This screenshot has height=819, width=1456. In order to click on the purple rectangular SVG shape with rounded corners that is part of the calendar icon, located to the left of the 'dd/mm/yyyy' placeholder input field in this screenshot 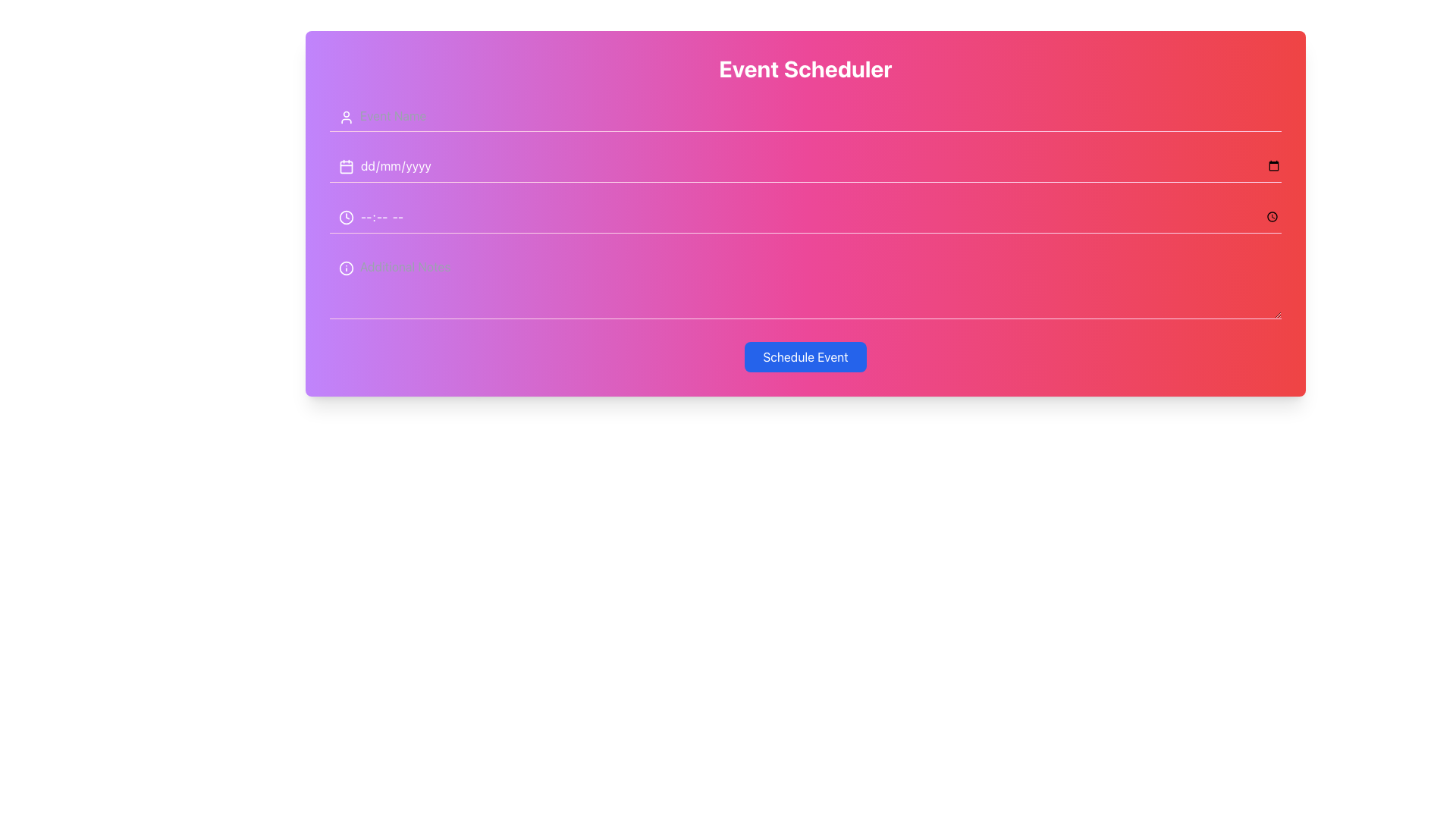, I will do `click(345, 166)`.